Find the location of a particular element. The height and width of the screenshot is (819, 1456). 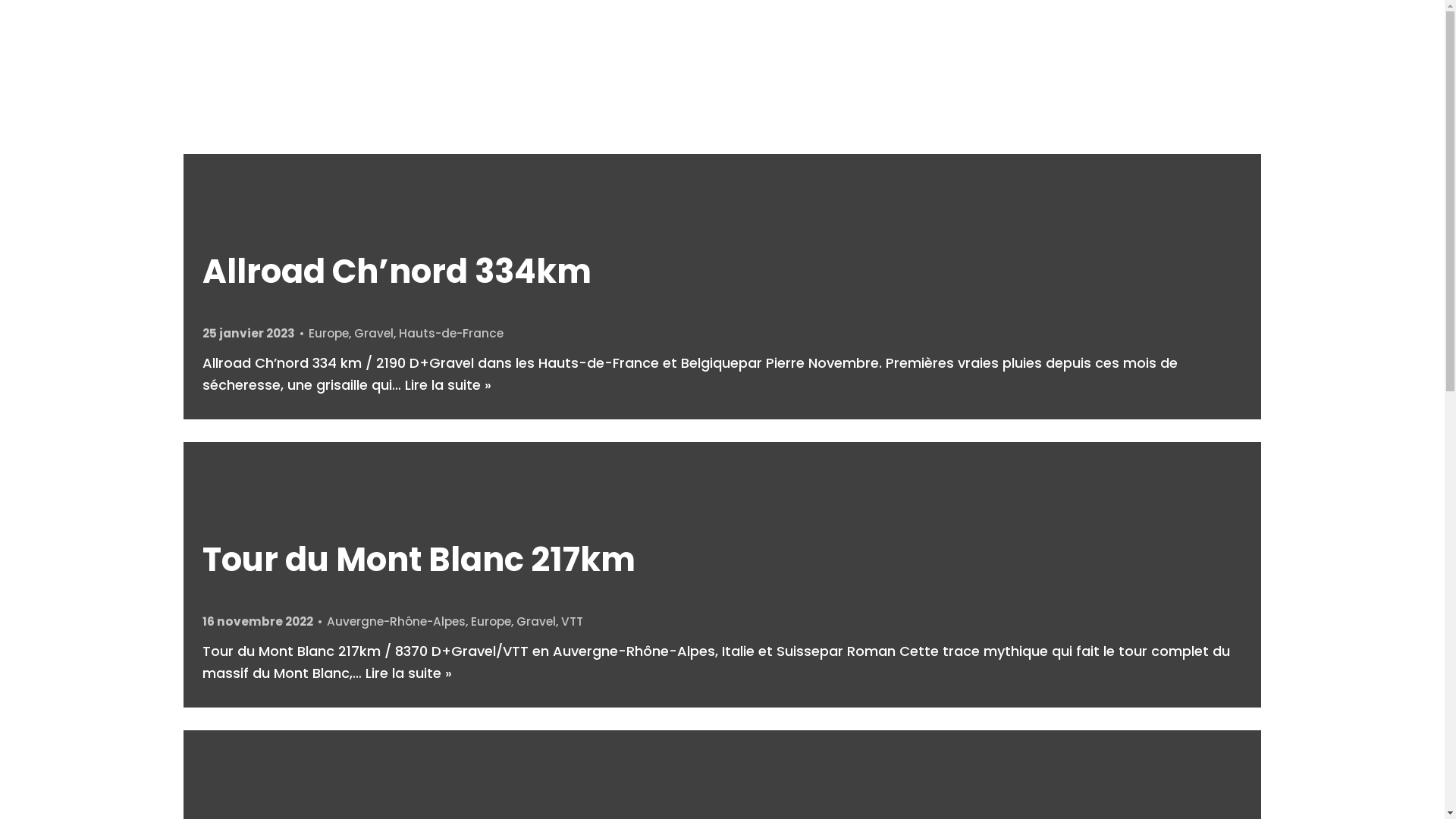

'Gravel' is located at coordinates (535, 621).